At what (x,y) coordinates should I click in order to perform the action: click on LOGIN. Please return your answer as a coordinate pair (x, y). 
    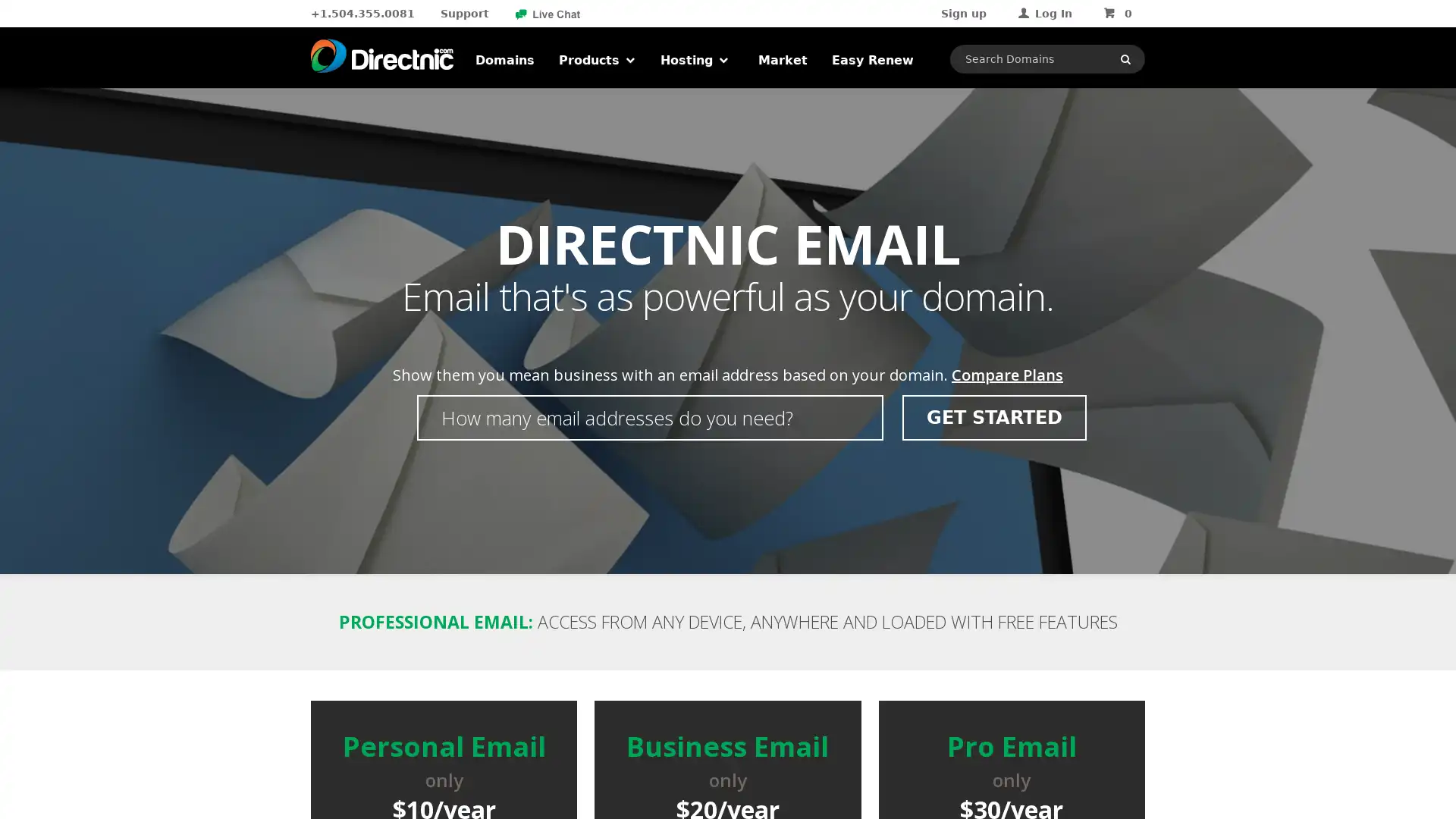
    Looking at the image, I should click on (1078, 155).